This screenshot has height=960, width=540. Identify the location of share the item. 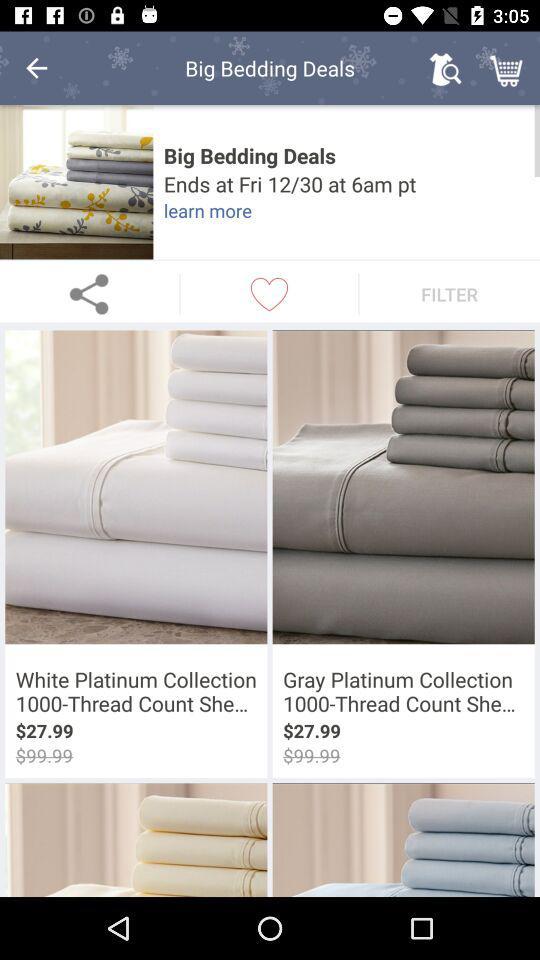
(88, 293).